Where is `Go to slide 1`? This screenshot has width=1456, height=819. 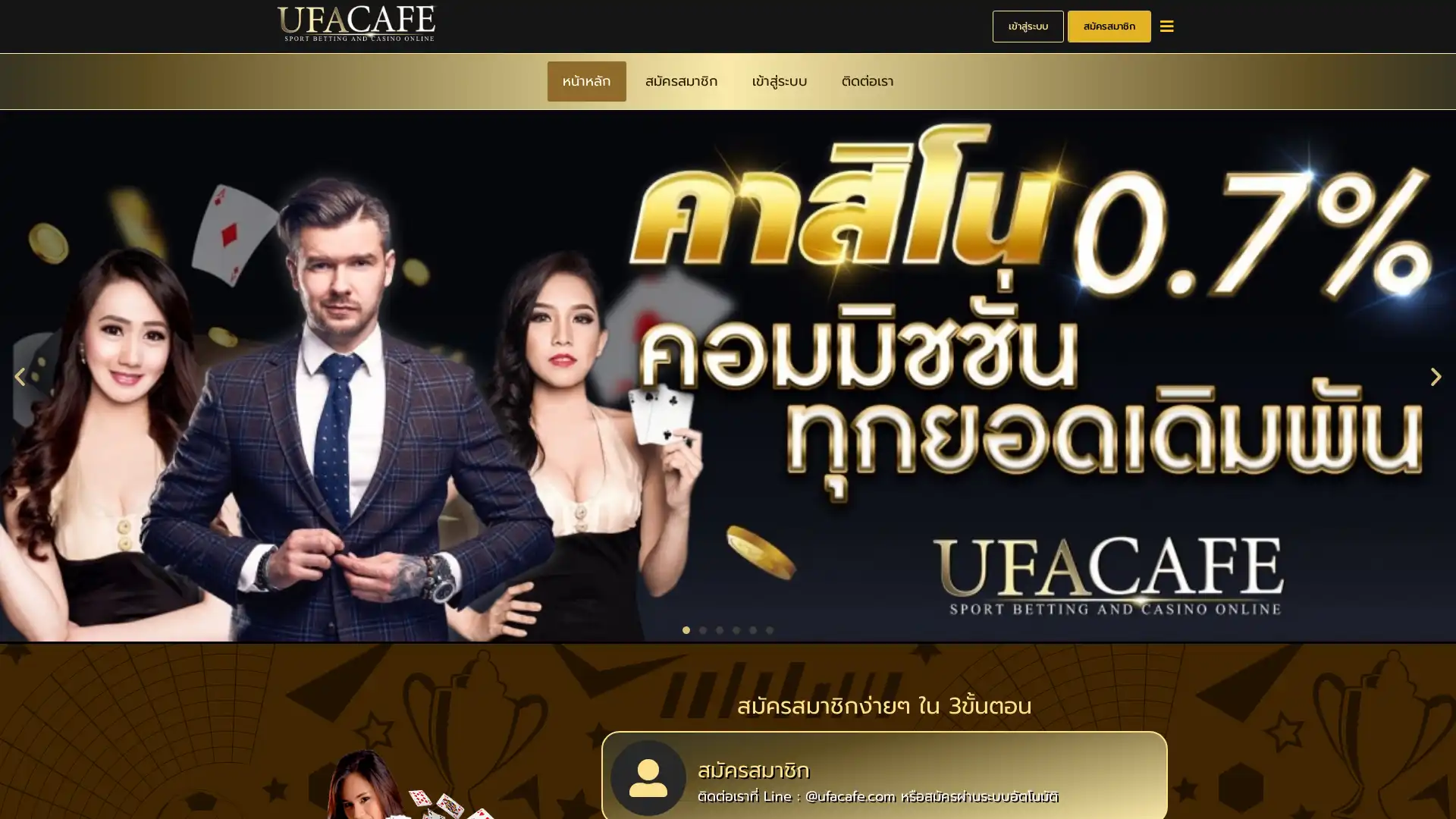 Go to slide 1 is located at coordinates (686, 628).